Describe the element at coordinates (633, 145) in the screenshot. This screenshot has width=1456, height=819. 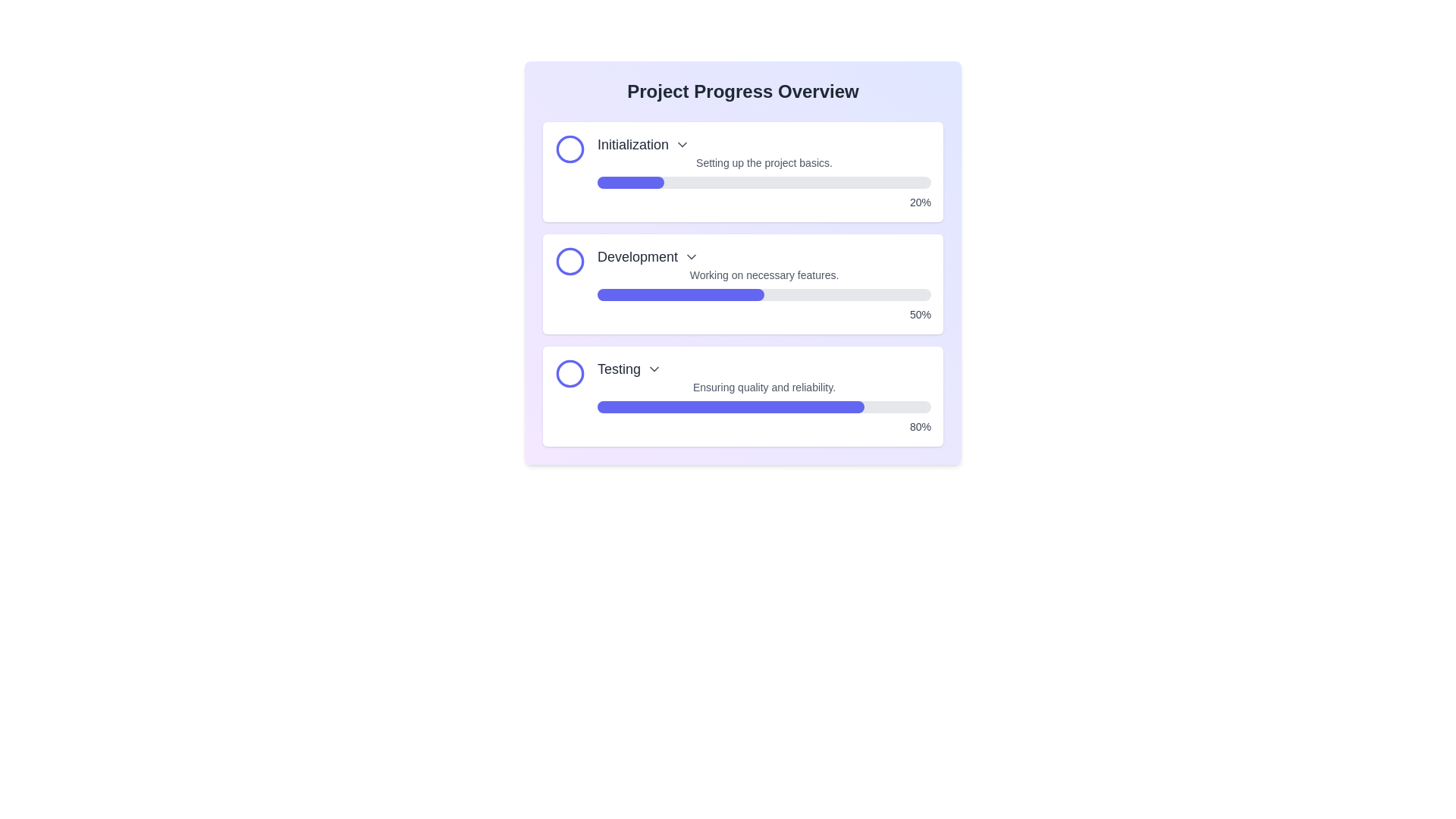
I see `the static text label that serves as a heading for the 'Initialization' phase of the progress overview, located at the topmost progress card` at that location.